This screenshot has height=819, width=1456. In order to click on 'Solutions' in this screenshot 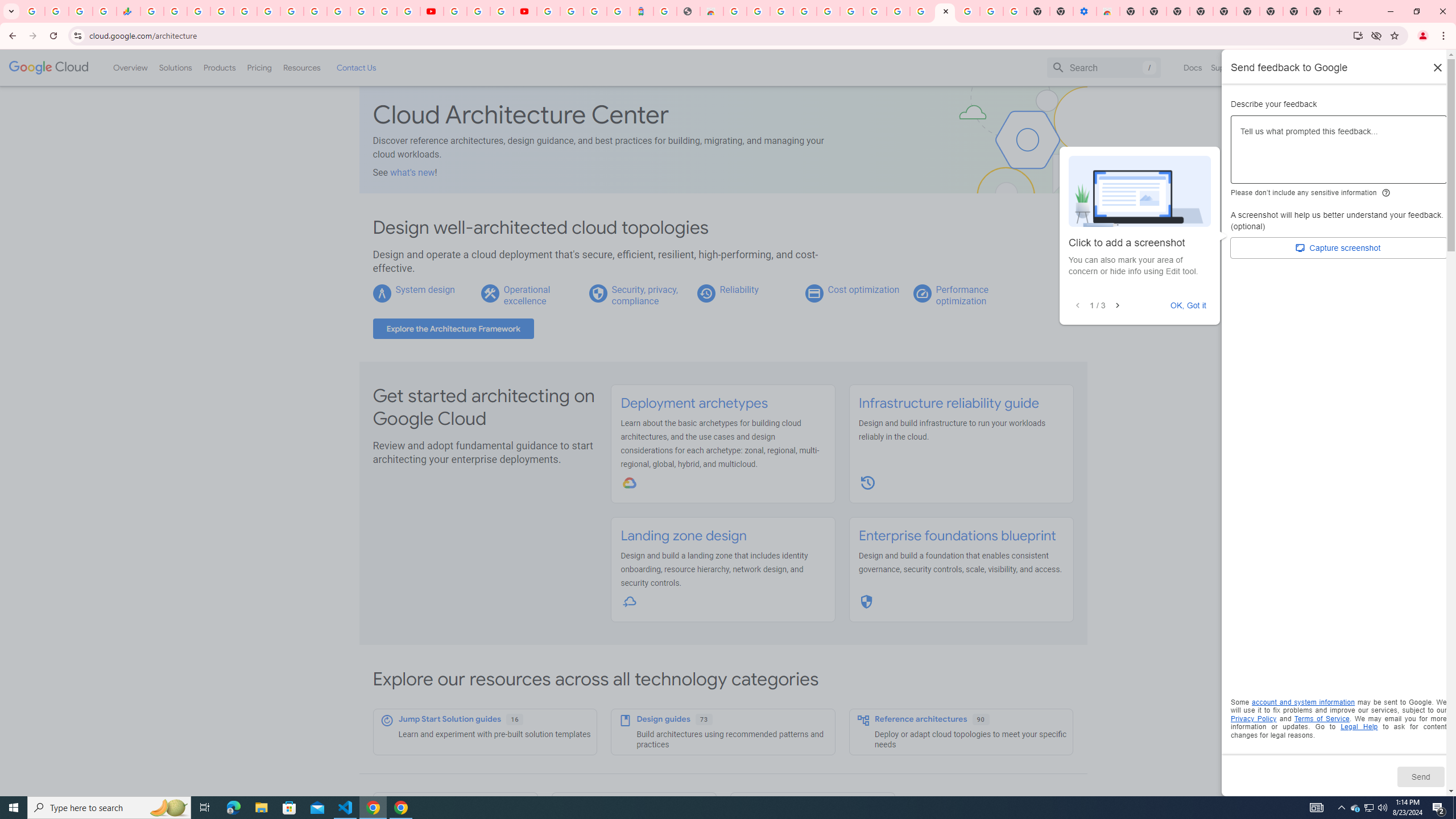, I will do `click(175, 67)`.